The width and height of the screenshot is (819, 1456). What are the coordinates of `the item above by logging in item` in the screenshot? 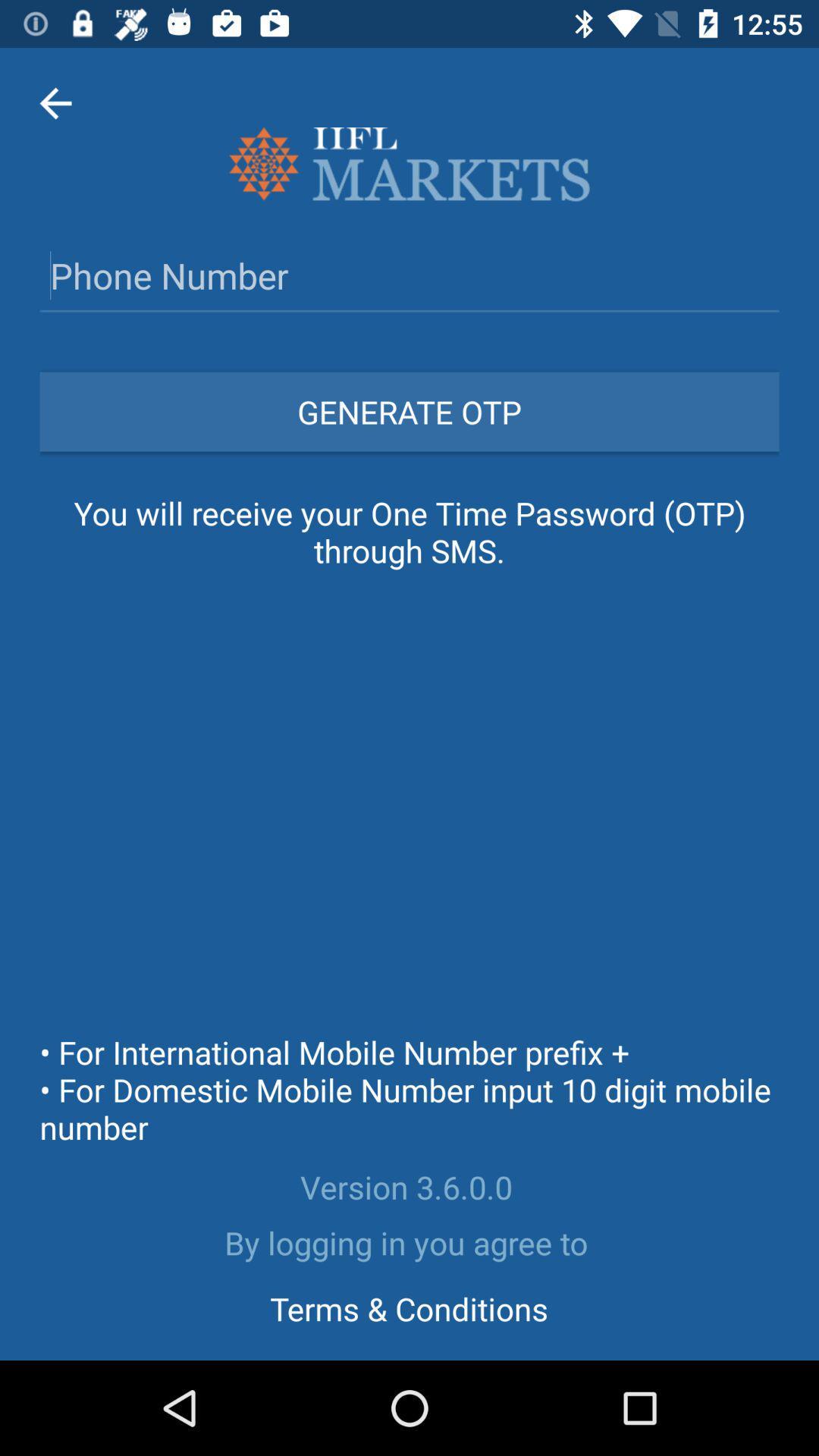 It's located at (409, 1186).